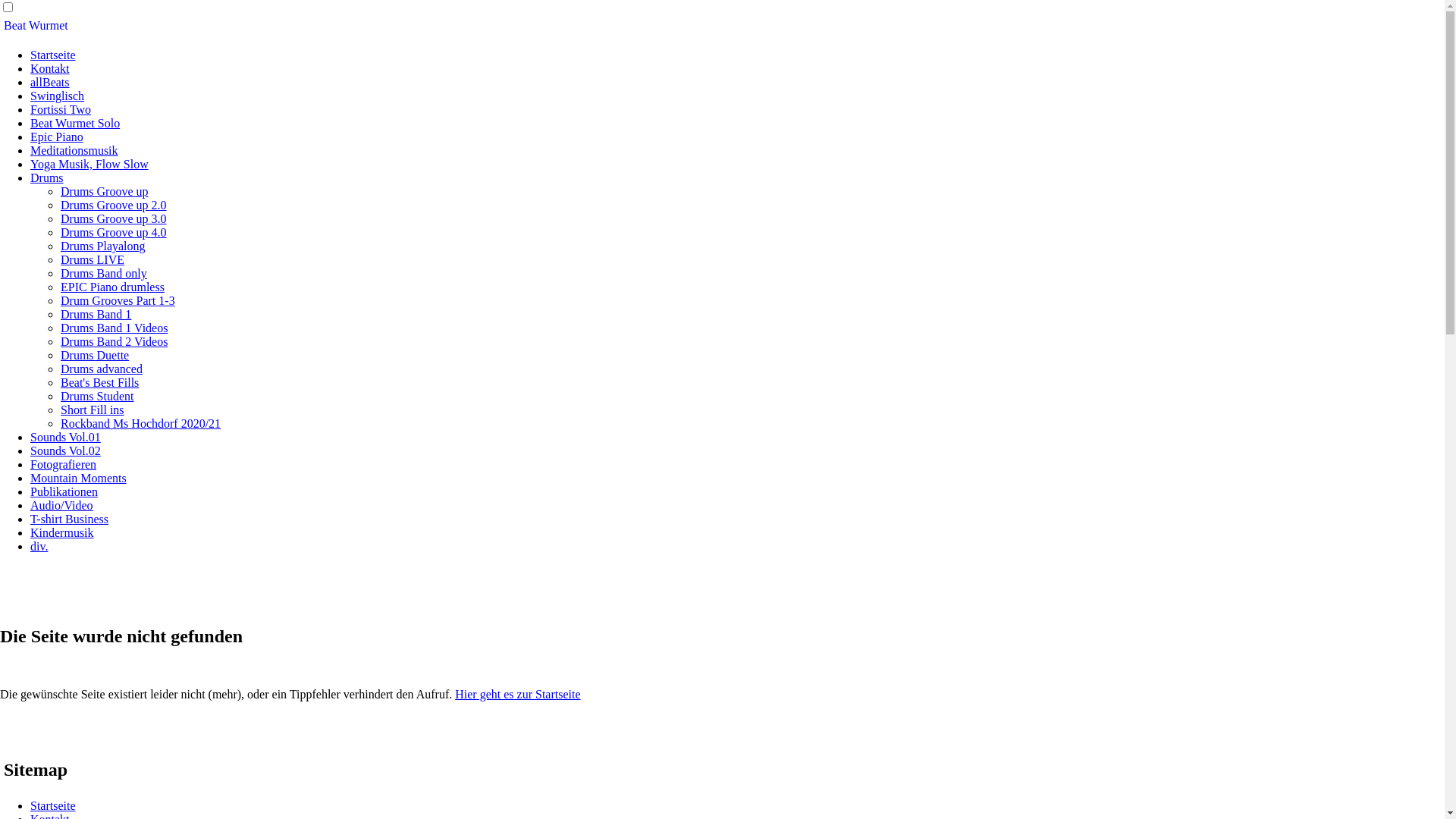 The image size is (1456, 819). Describe the element at coordinates (95, 313) in the screenshot. I see `'Drums Band 1'` at that location.